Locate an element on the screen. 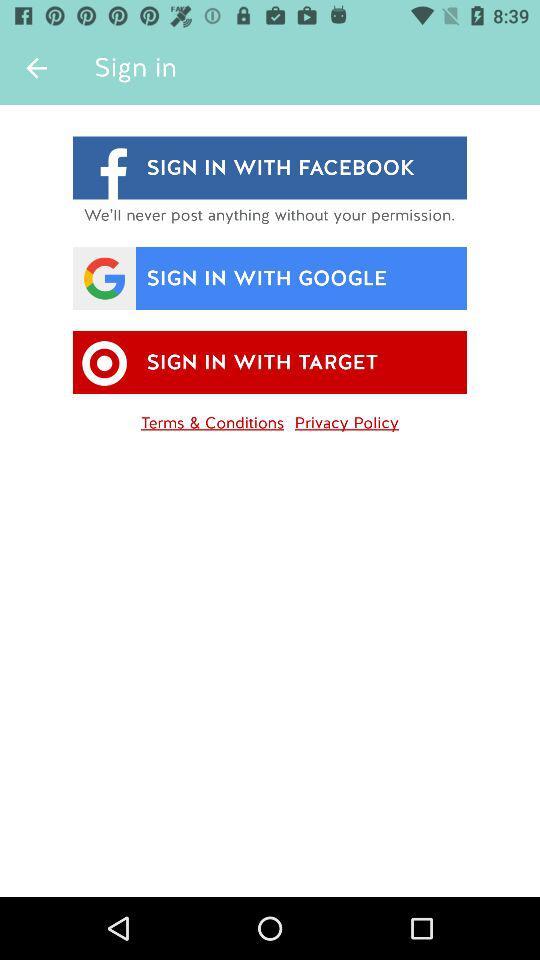  the item next to the sign in item is located at coordinates (36, 68).